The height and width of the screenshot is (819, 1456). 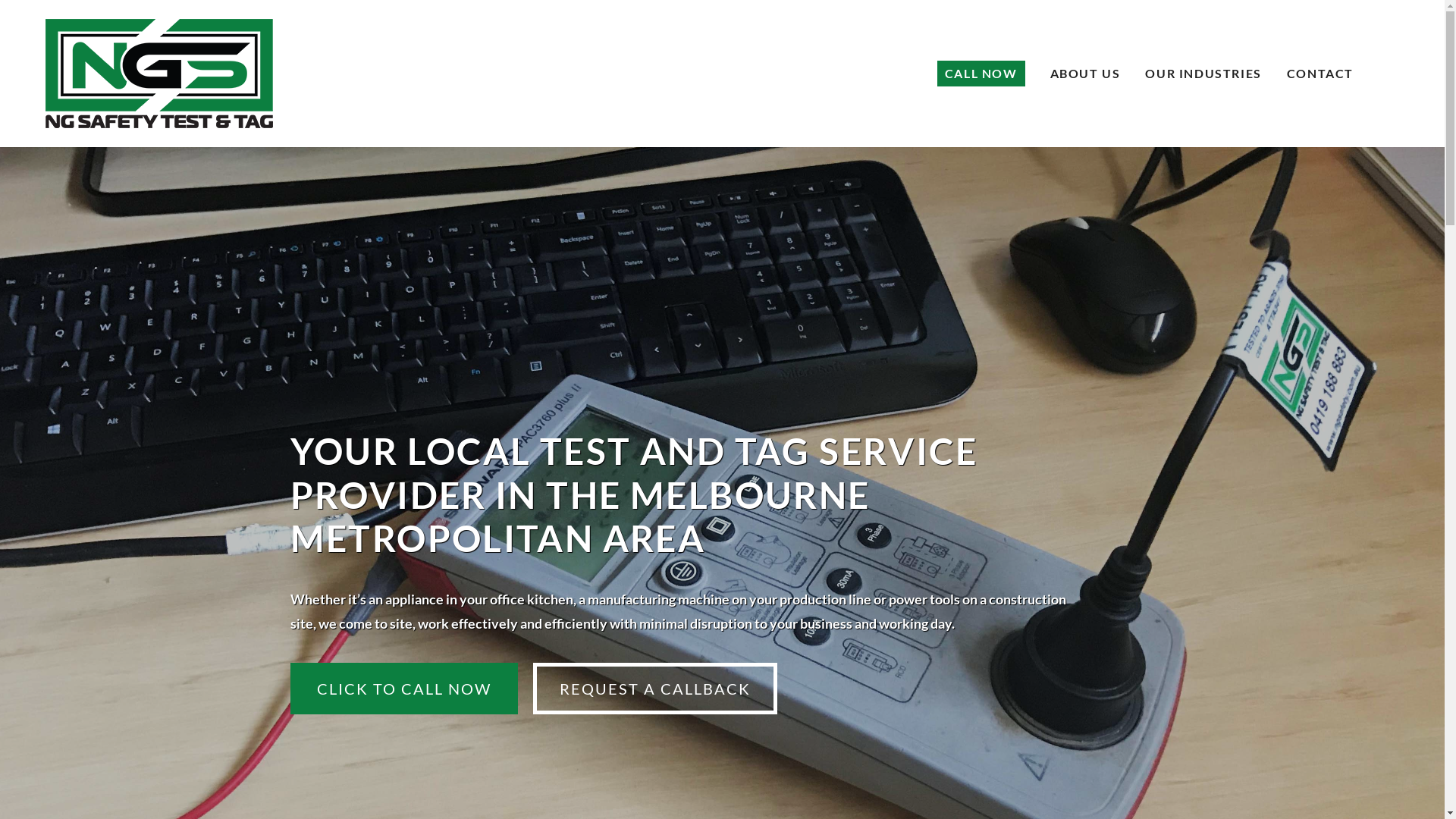 I want to click on 'ABOUT US', so click(x=1050, y=73).